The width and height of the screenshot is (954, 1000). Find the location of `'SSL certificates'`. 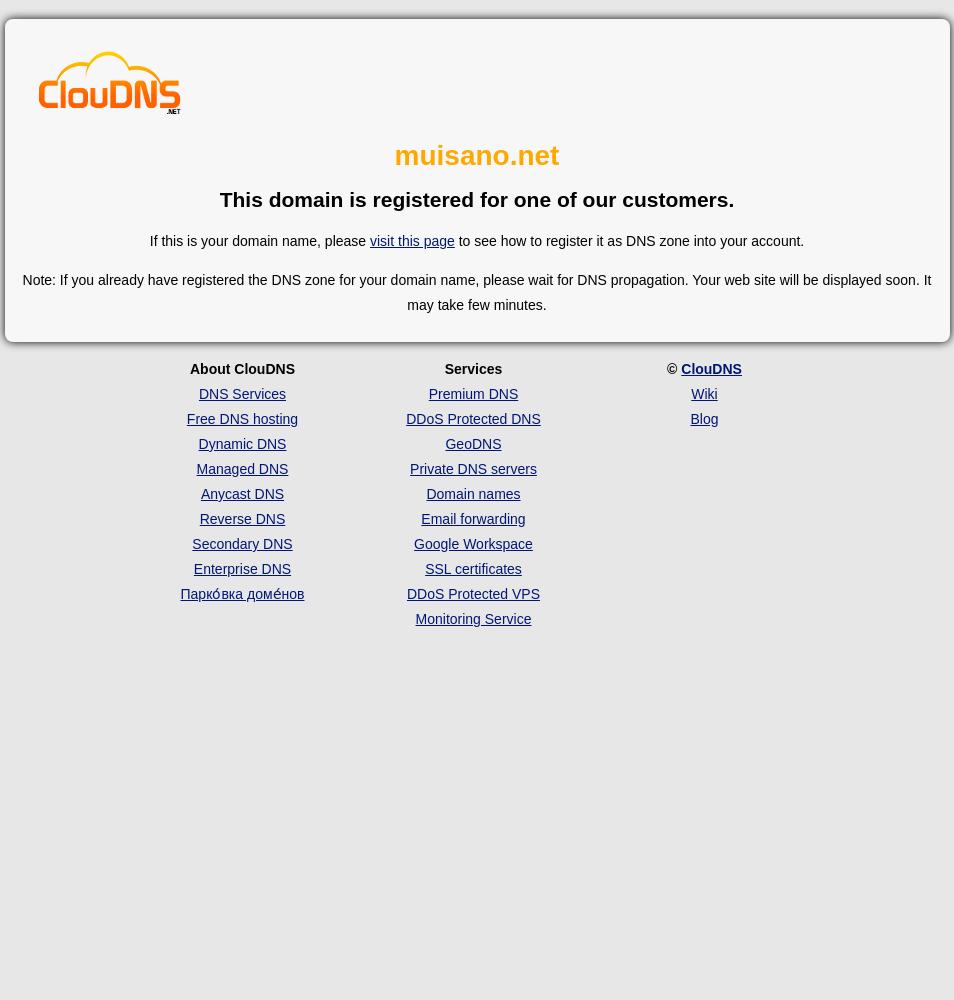

'SSL certificates' is located at coordinates (425, 567).